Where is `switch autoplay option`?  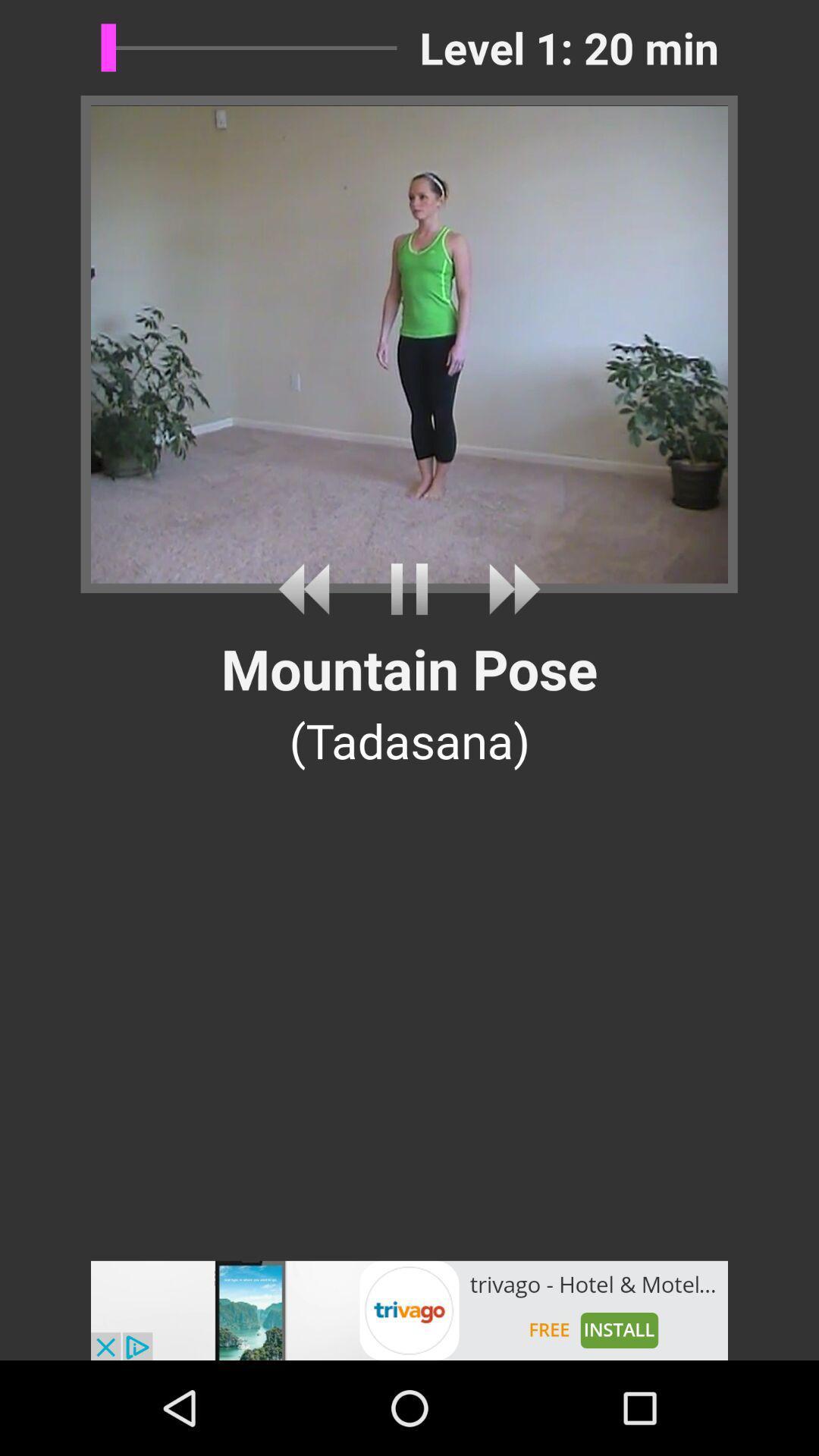 switch autoplay option is located at coordinates (309, 588).